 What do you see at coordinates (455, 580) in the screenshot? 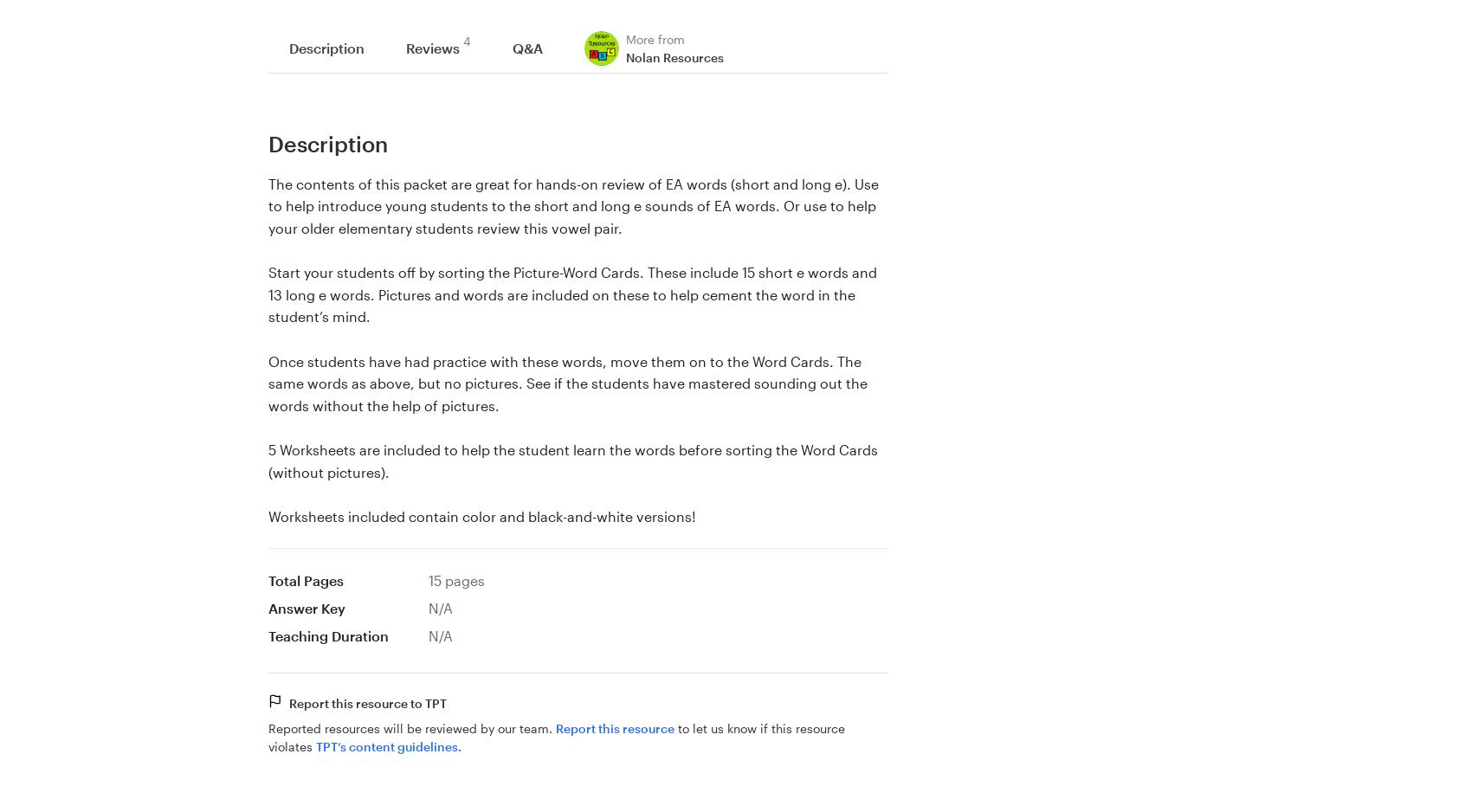
I see `'15 pages'` at bounding box center [455, 580].